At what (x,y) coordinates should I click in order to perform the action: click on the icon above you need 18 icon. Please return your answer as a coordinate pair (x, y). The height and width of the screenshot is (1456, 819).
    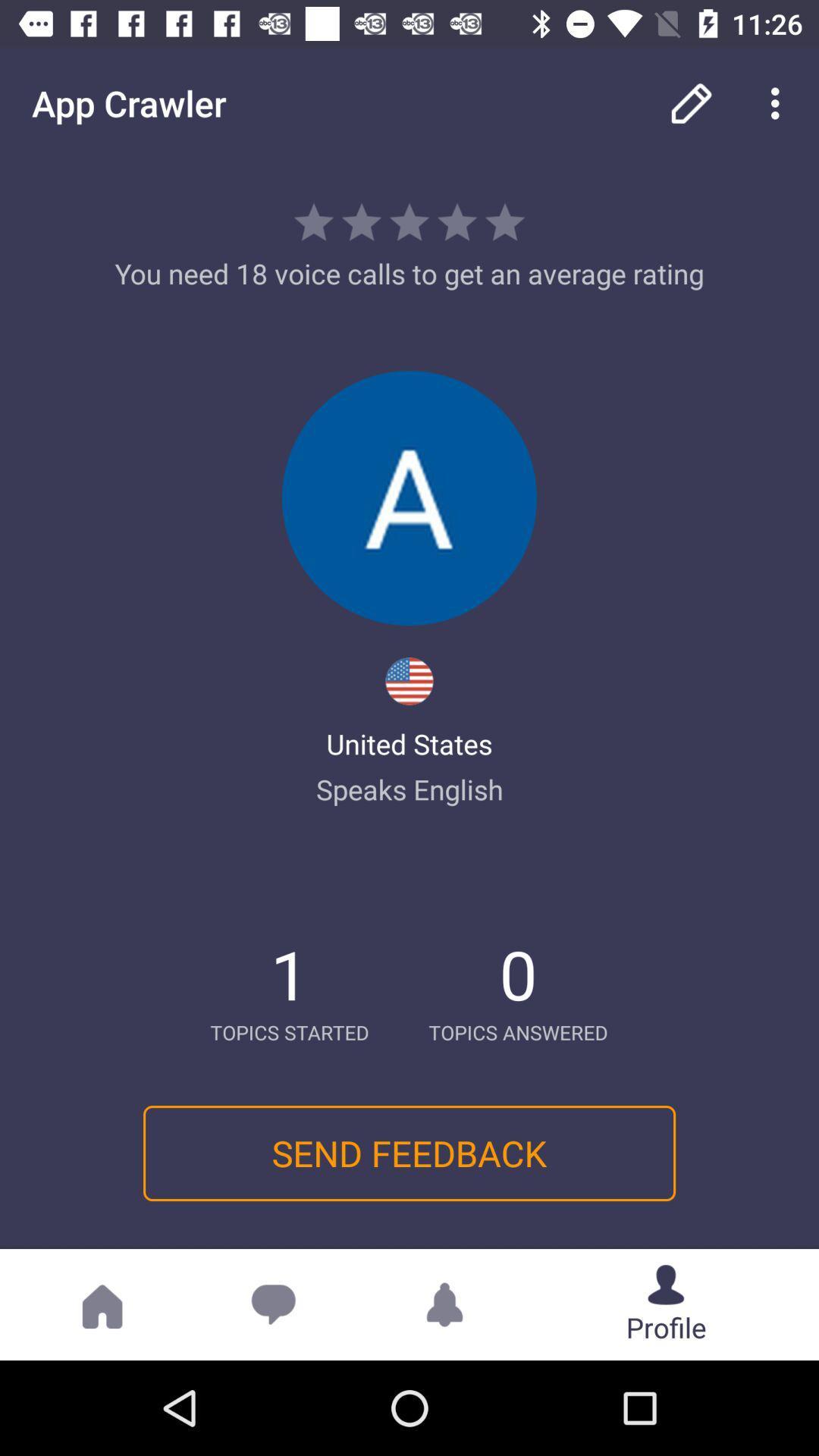
    Looking at the image, I should click on (691, 102).